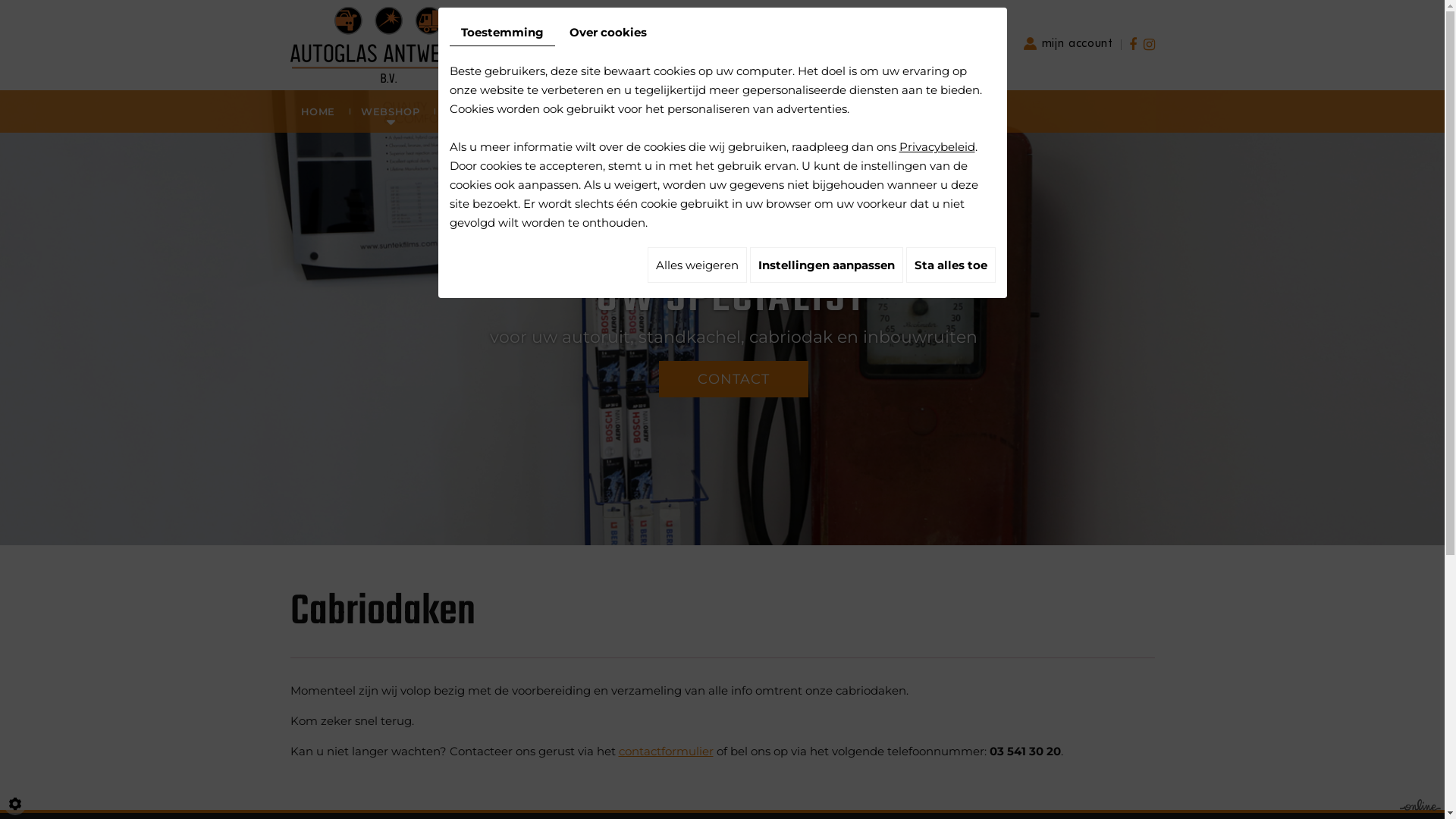 This screenshot has height=819, width=1456. Describe the element at coordinates (3, 803) in the screenshot. I see `'Cookie-instelling bewerken'` at that location.